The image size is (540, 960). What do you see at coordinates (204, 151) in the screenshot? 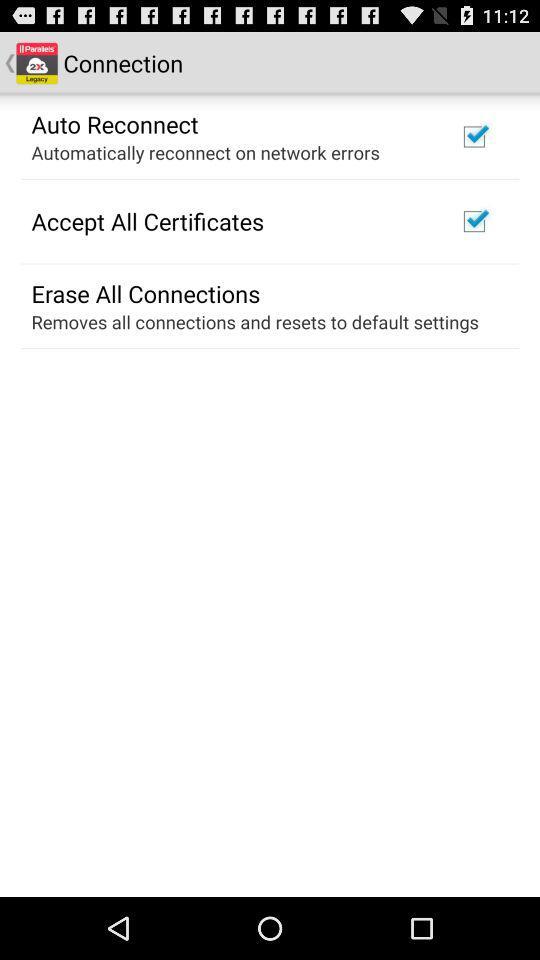
I see `the automatically reconnect on` at bounding box center [204, 151].